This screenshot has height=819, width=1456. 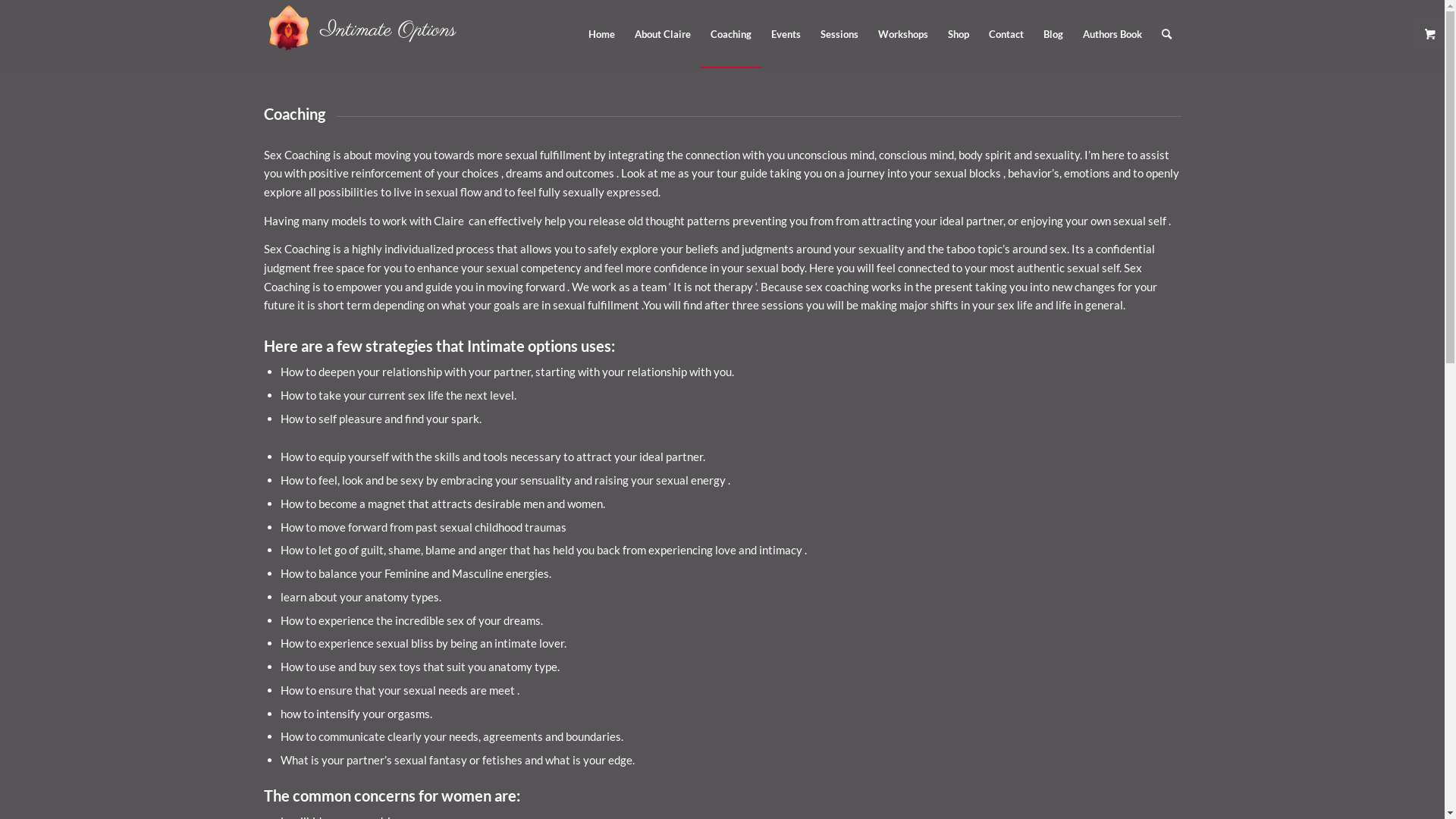 What do you see at coordinates (1051, 34) in the screenshot?
I see `'Blog'` at bounding box center [1051, 34].